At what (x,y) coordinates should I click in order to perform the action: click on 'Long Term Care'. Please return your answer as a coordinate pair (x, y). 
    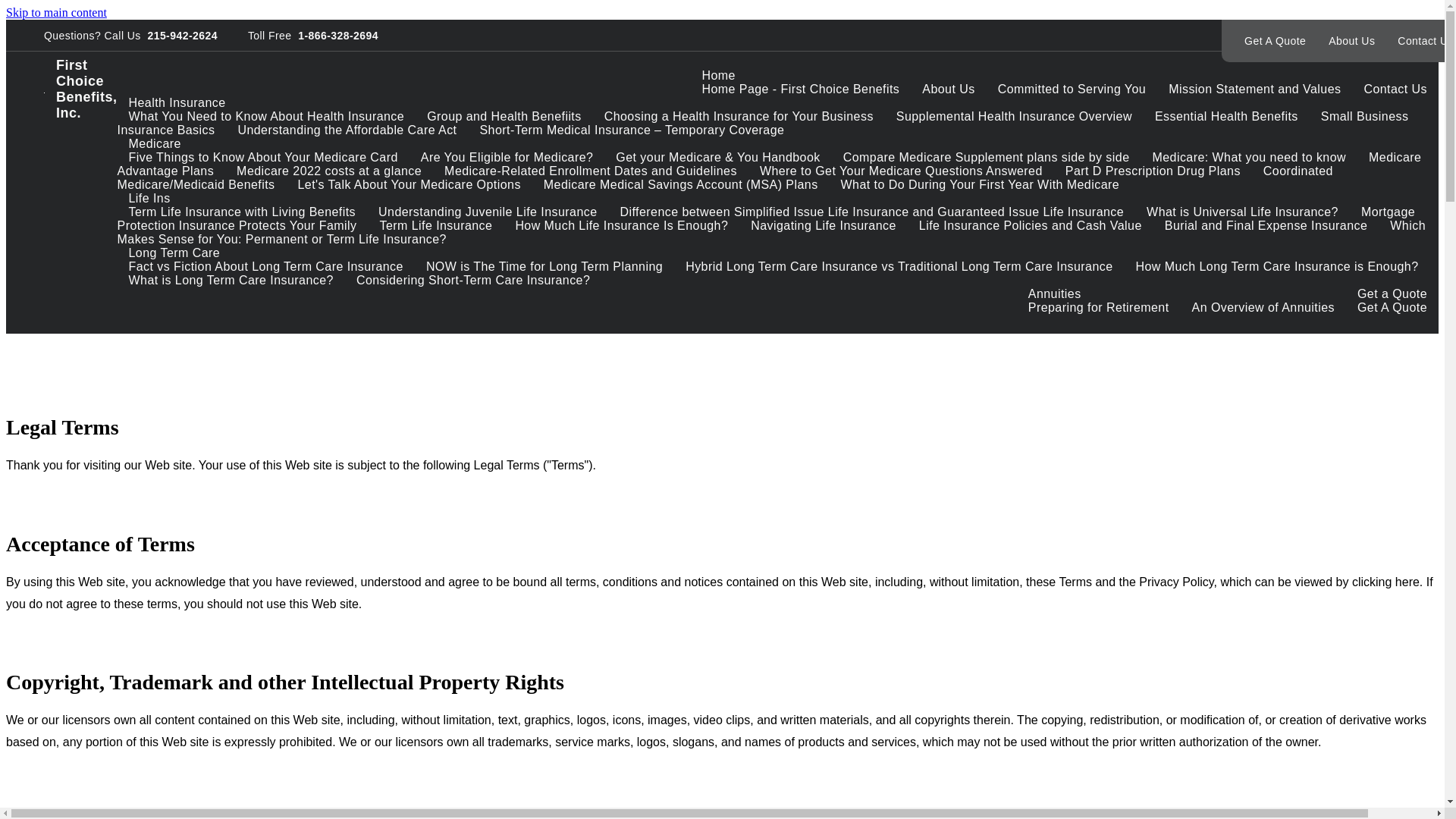
    Looking at the image, I should click on (174, 252).